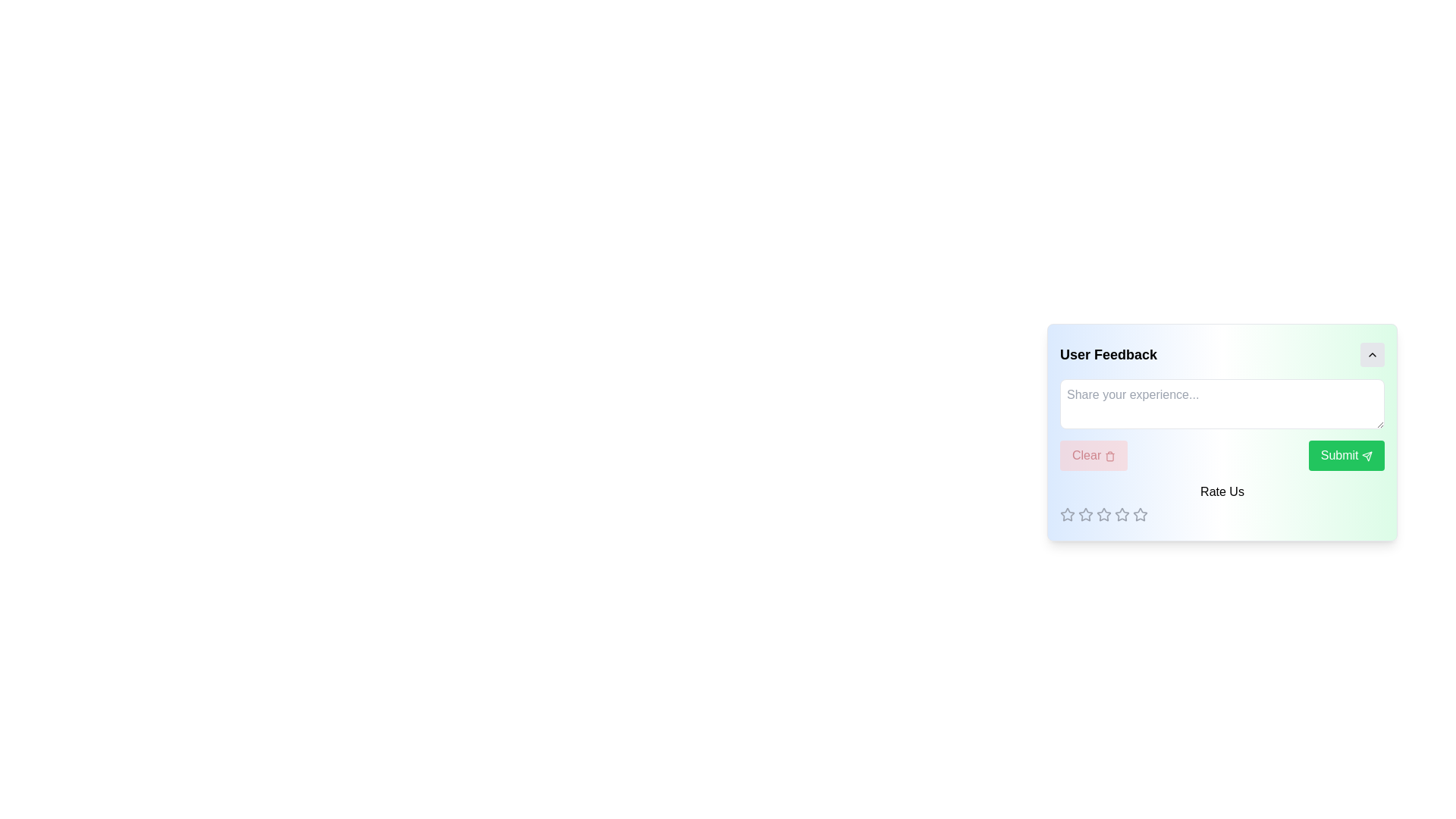  I want to click on the Text label that instructs users to leave feedback by using the stars below it, located above the interactive star icons and between the 'Clear' and 'Submit' buttons, so click(1222, 503).